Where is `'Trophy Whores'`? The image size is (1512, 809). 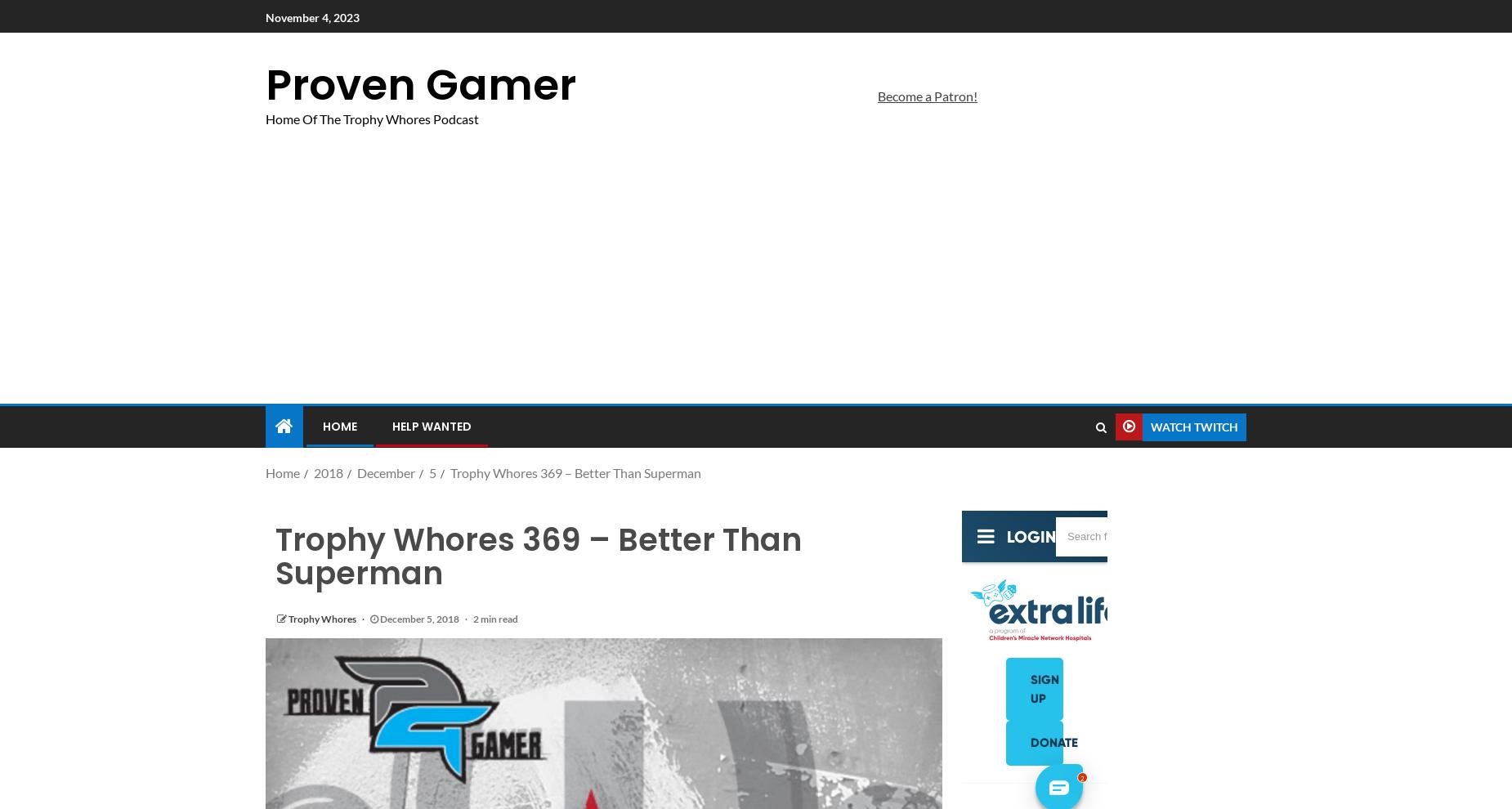 'Trophy Whores' is located at coordinates (322, 619).